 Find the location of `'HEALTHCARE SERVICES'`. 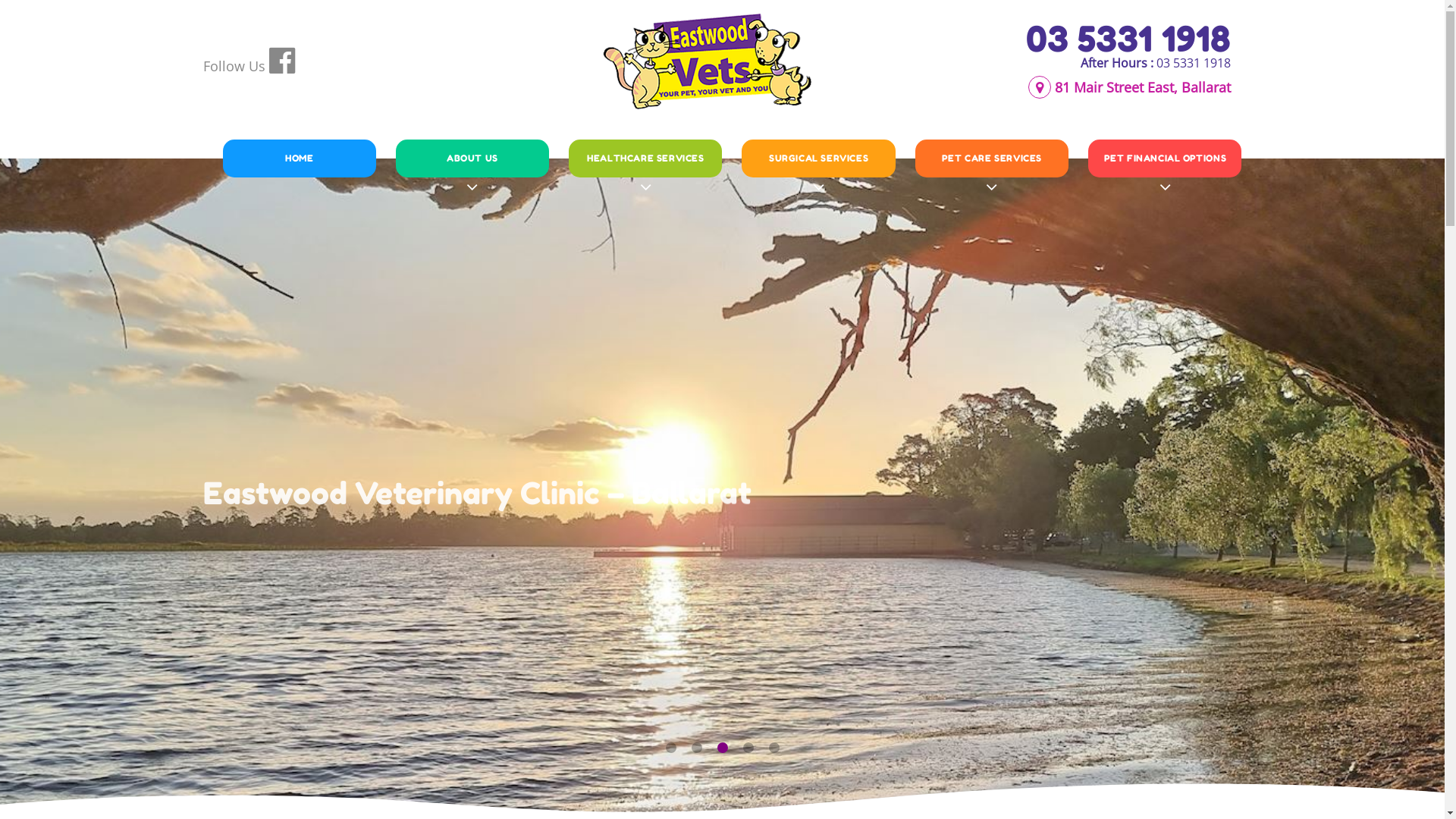

'HEALTHCARE SERVICES' is located at coordinates (645, 158).